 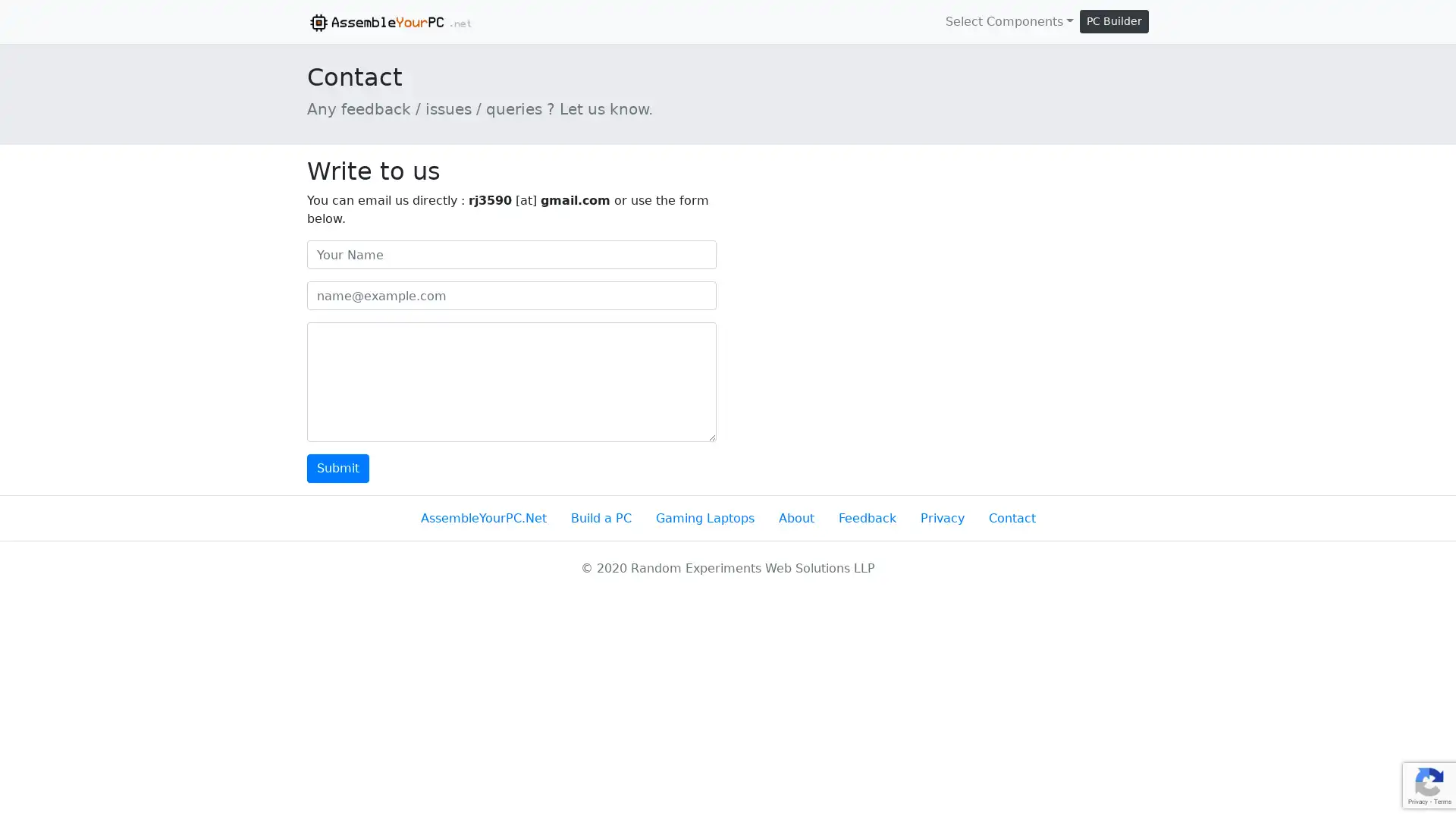 What do you see at coordinates (337, 467) in the screenshot?
I see `Submit` at bounding box center [337, 467].